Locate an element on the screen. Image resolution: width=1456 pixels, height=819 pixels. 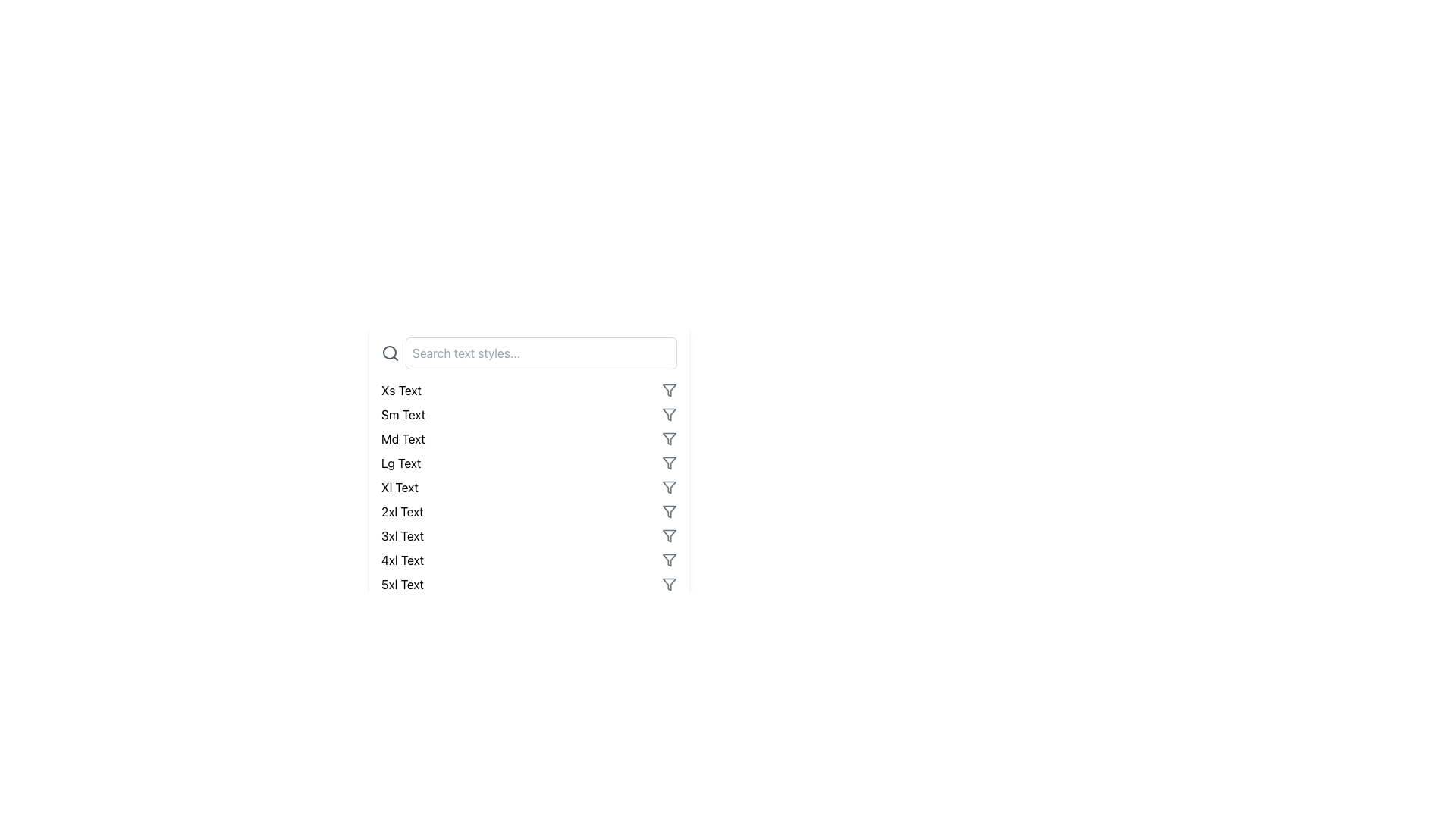
the filter icon located to the right of the '4xl Text' label is located at coordinates (669, 560).